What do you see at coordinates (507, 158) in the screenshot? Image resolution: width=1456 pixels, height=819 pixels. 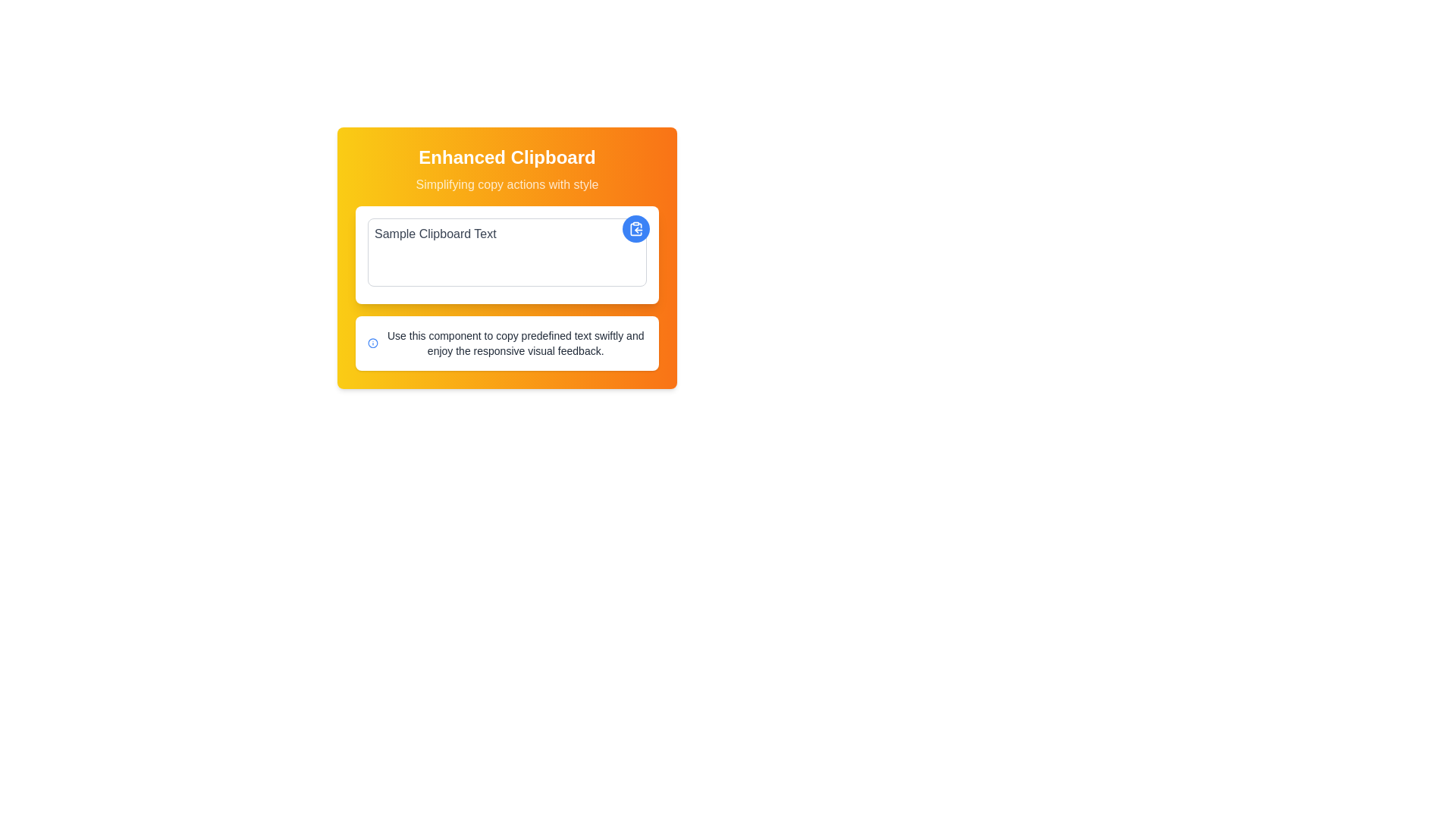 I see `text label displaying 'Enhanced Clipboard' which is styled in large, bold, white font on an orange background, located at the top of the interface` at bounding box center [507, 158].